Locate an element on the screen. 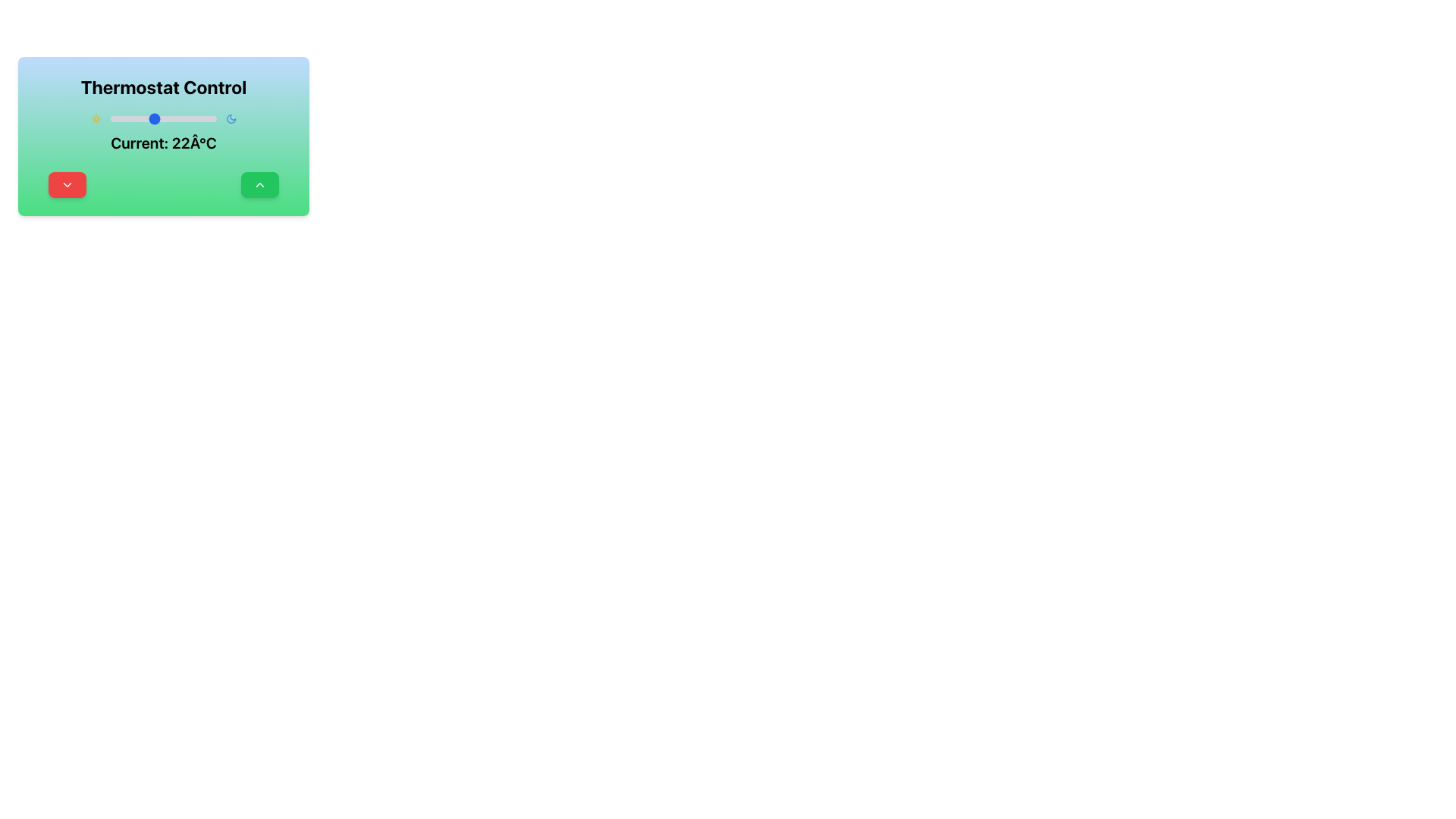 This screenshot has height=819, width=1456. temperature is located at coordinates (209, 118).